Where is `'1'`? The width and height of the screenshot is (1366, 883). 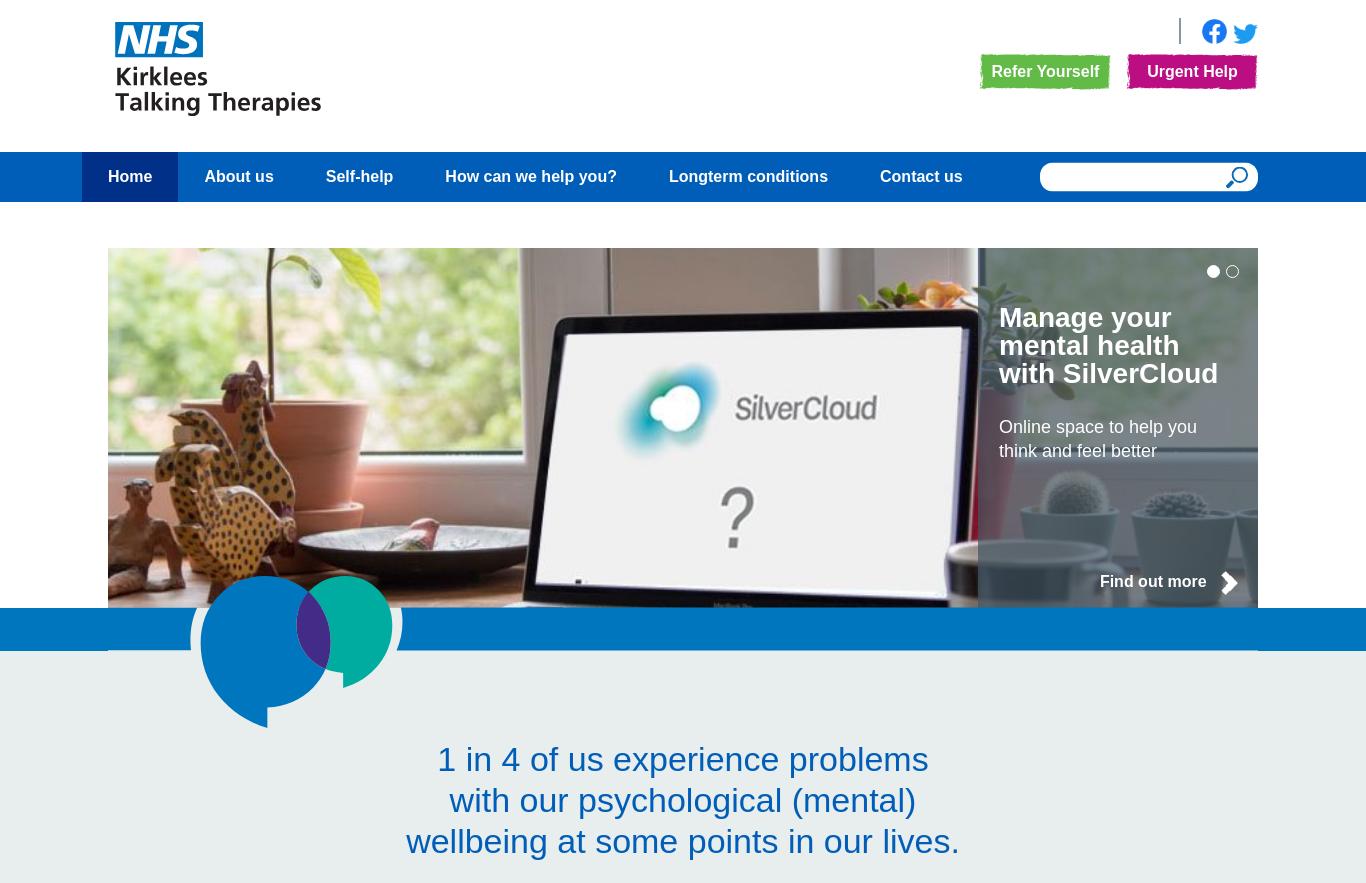 '1' is located at coordinates (1207, 276).